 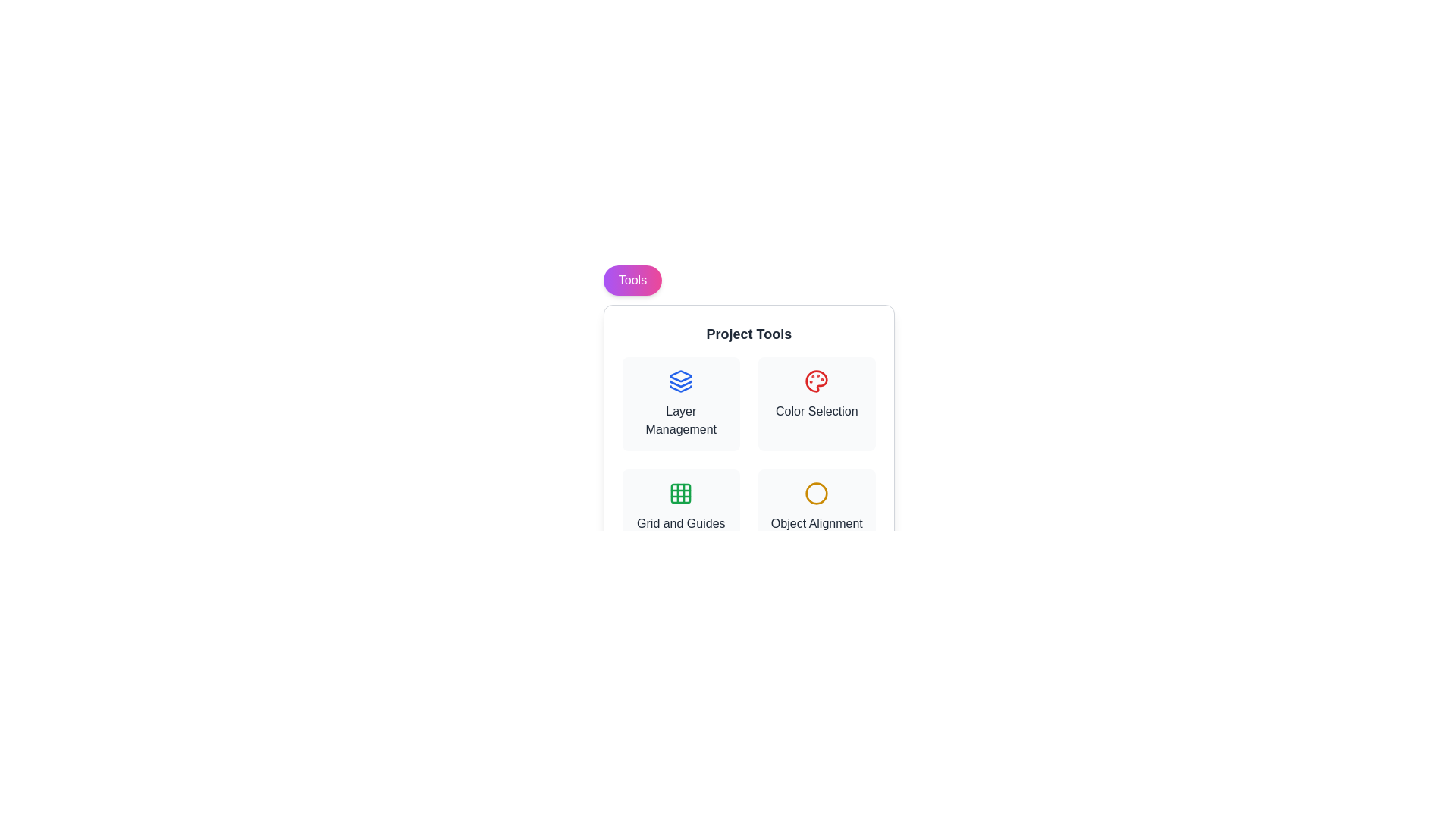 I want to click on the yellow circular outline of the SVG Circle in the 'Object Alignment' section located at the bottom-right corner of the 'Project Tools' area, so click(x=816, y=494).